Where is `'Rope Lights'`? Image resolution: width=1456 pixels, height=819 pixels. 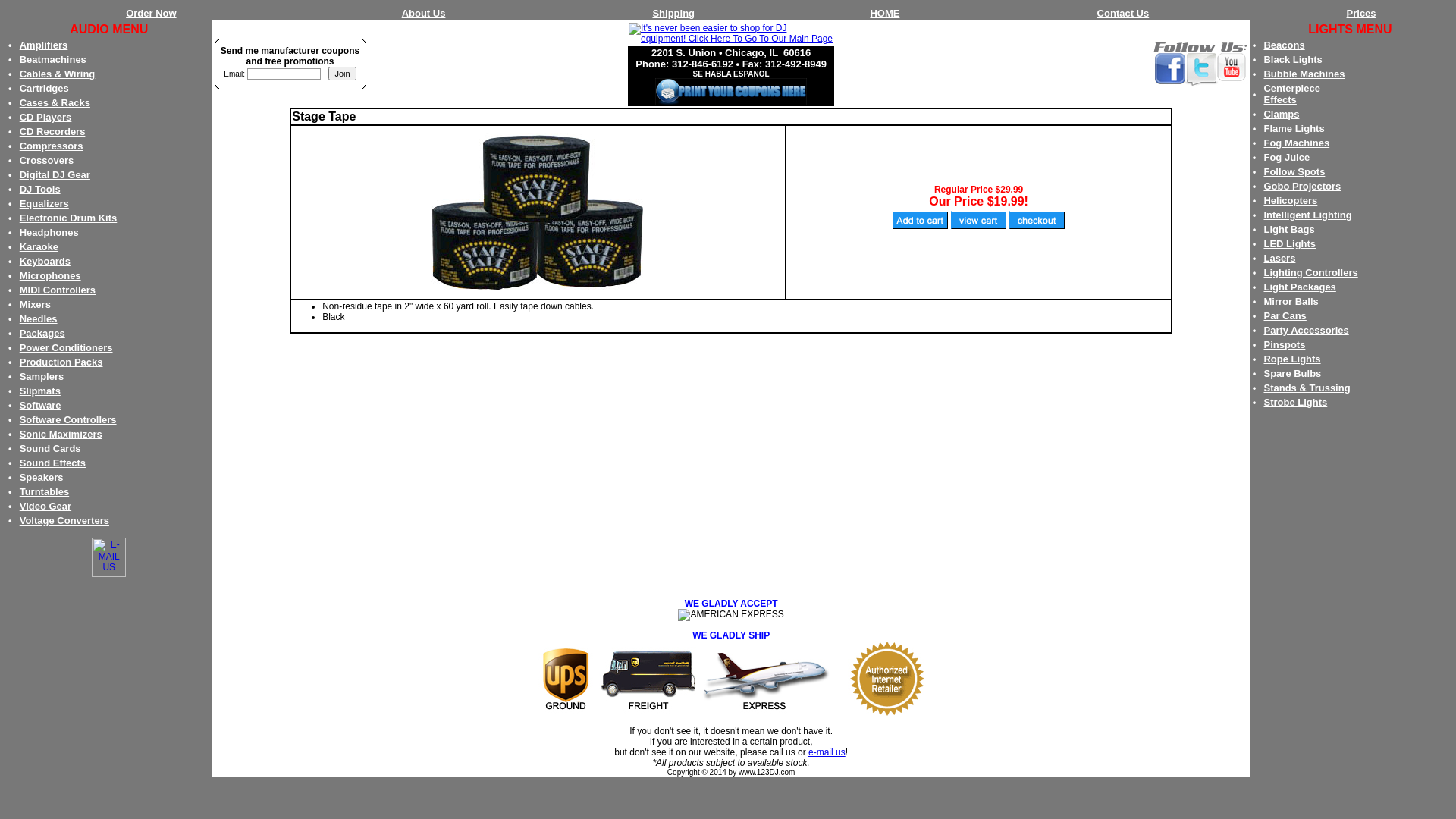 'Rope Lights' is located at coordinates (1291, 359).